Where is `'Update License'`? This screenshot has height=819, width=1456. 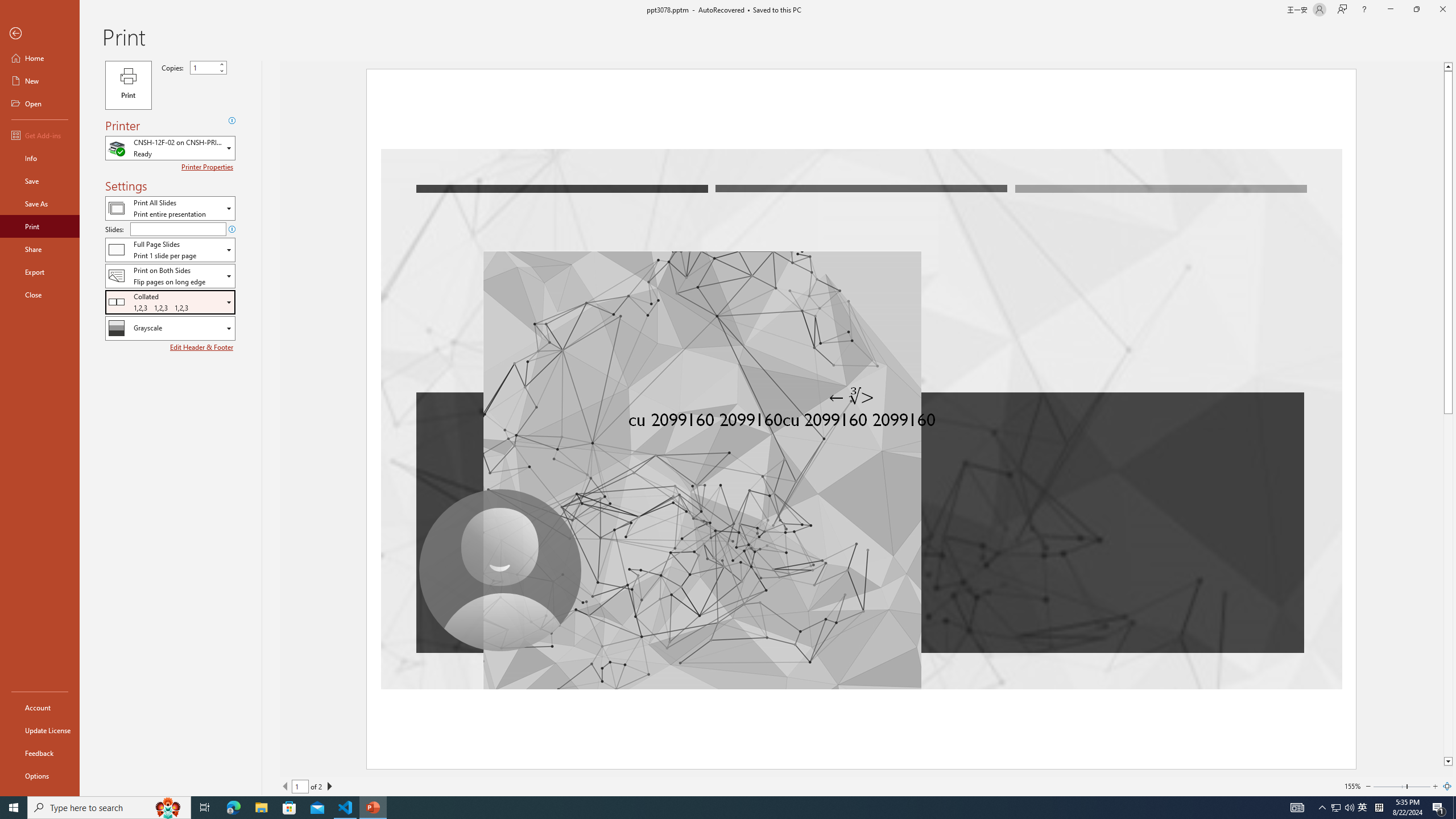 'Update License' is located at coordinates (39, 730).